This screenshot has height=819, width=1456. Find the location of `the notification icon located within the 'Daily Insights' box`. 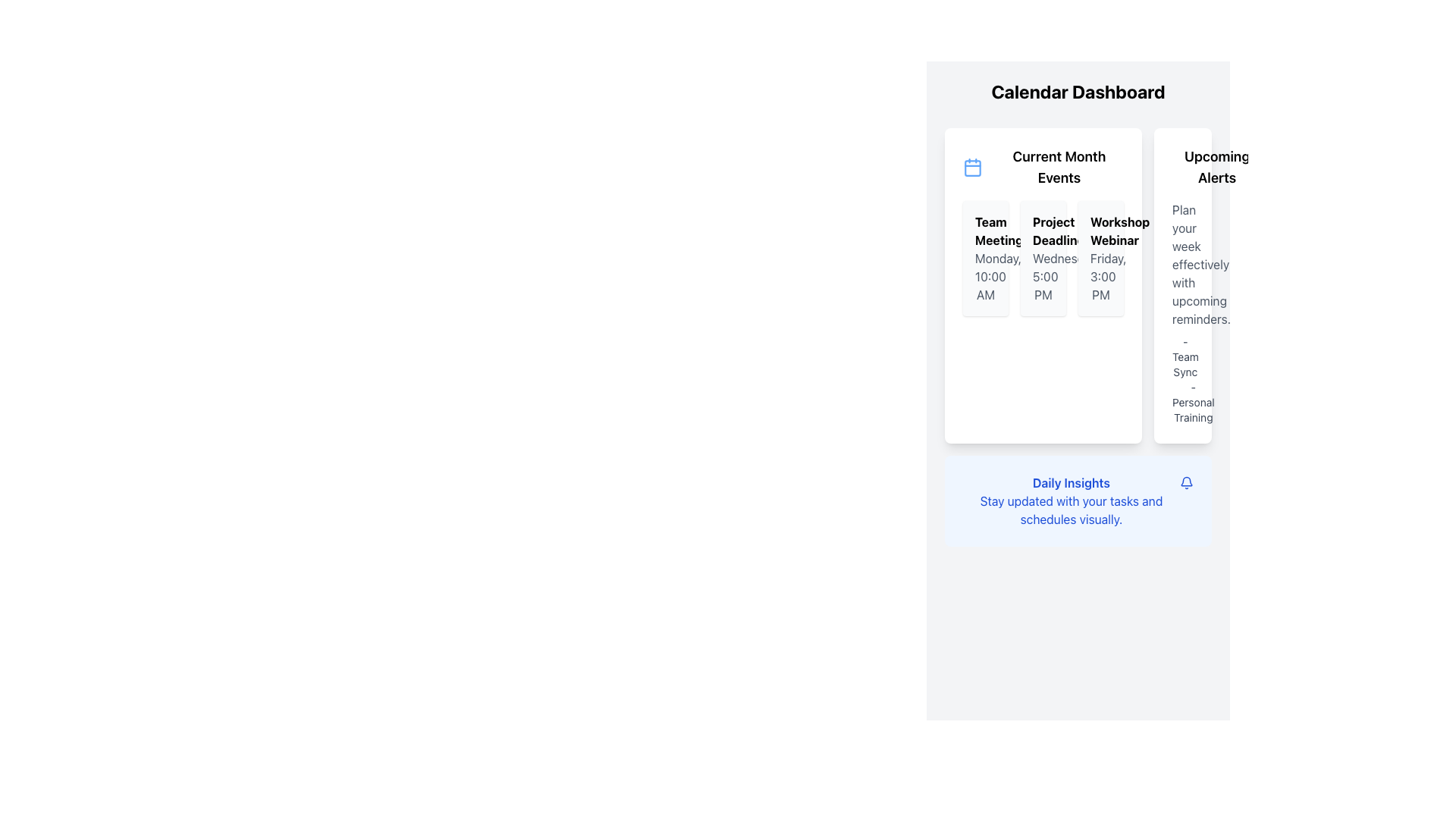

the notification icon located within the 'Daily Insights' box is located at coordinates (1185, 482).